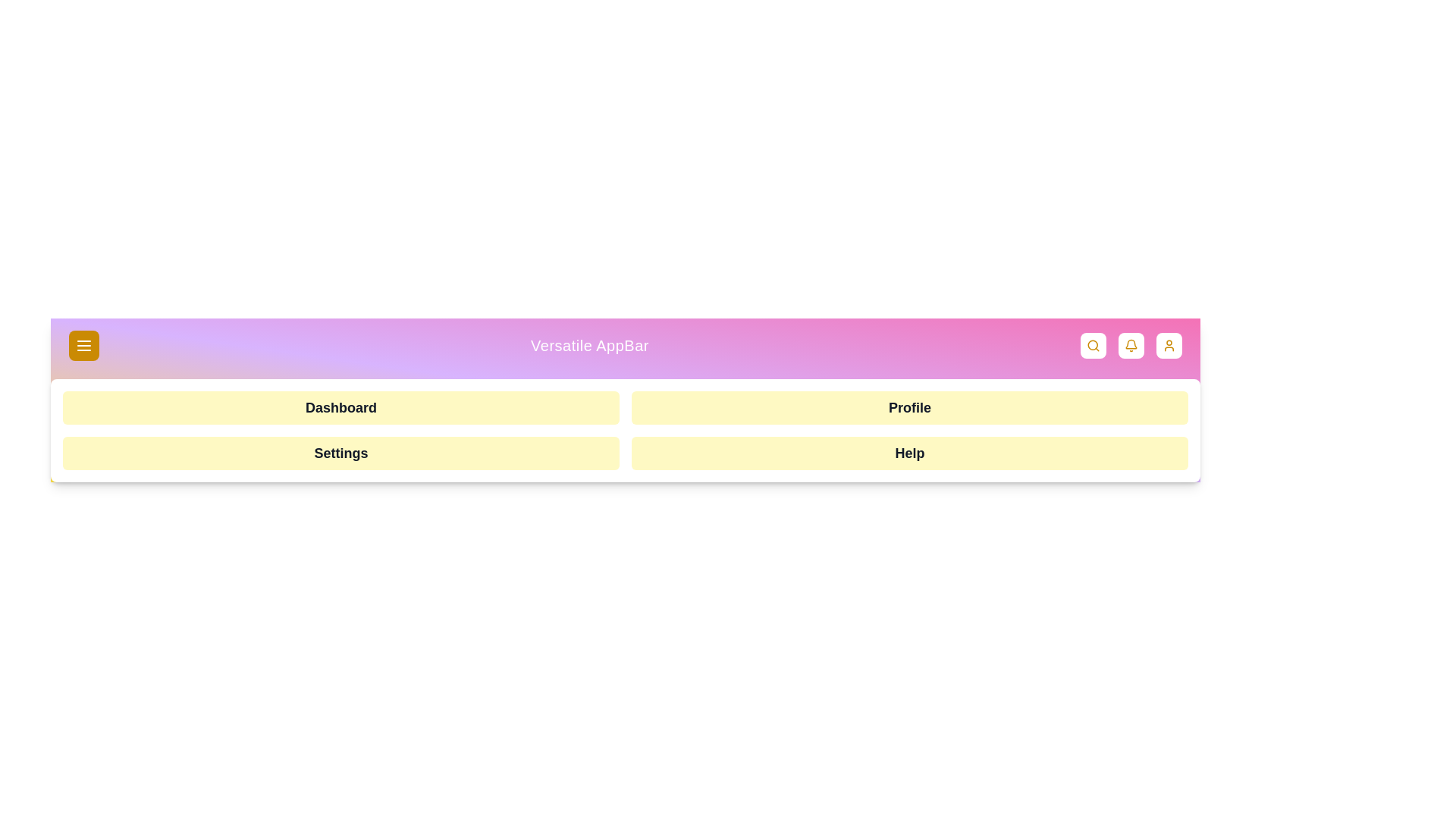 The image size is (1456, 819). I want to click on the menu option Settings, so click(340, 452).